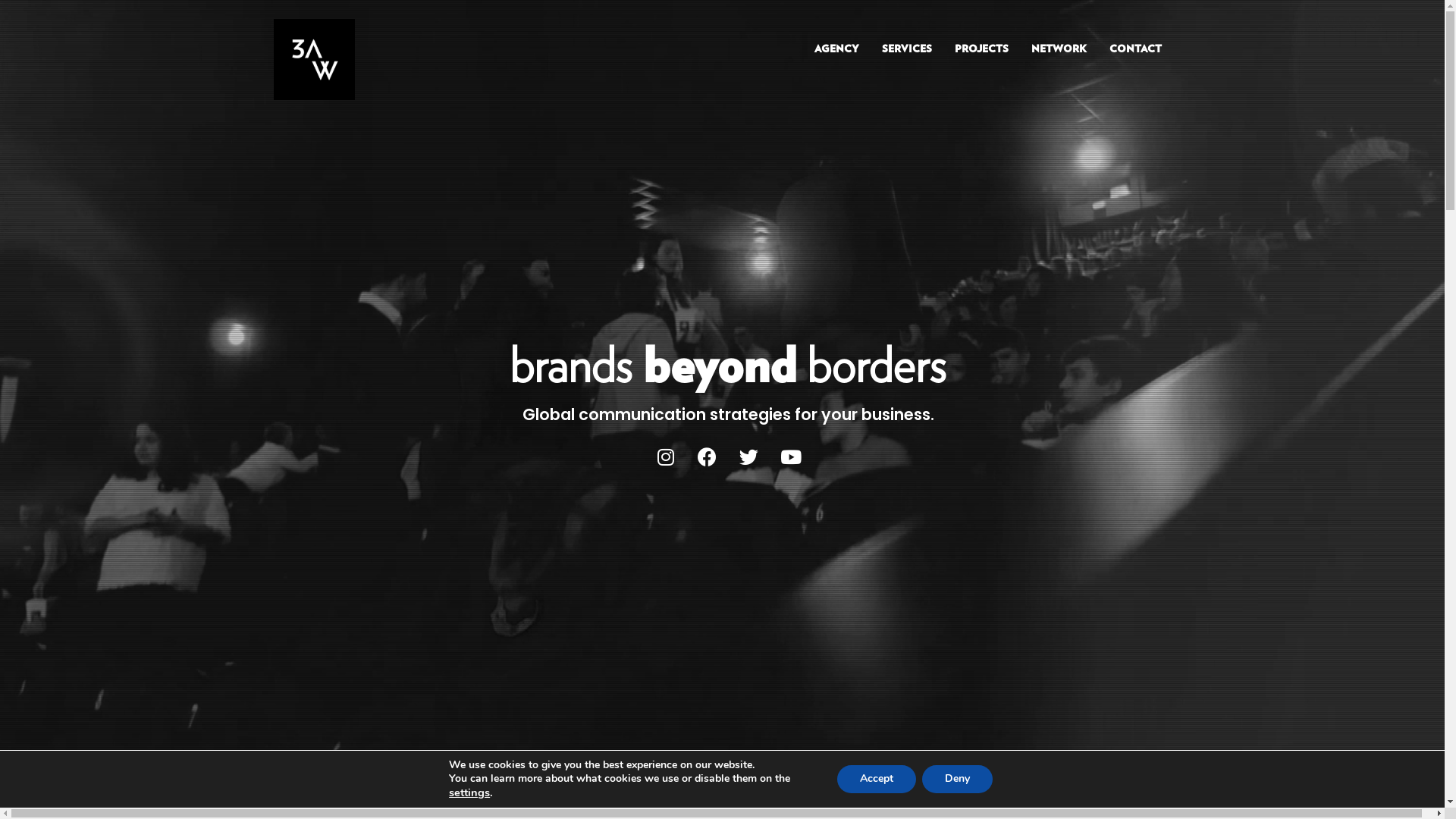 The width and height of the screenshot is (1456, 819). What do you see at coordinates (1099, 49) in the screenshot?
I see `'CONTACT'` at bounding box center [1099, 49].